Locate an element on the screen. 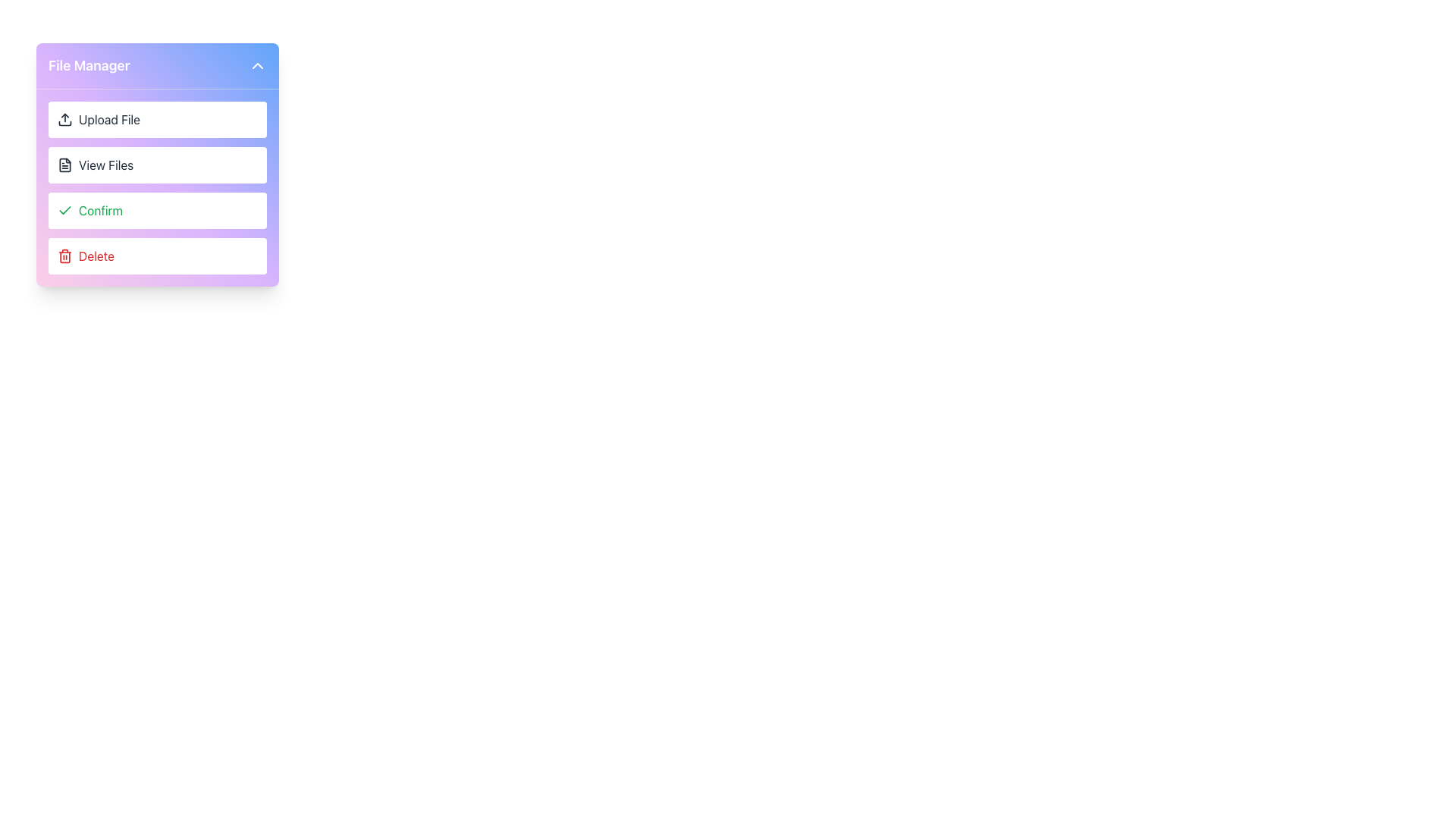 The height and width of the screenshot is (819, 1456). the red trash can icon located on the left side of the 'Delete' button in the 'File Manager' panel to initiate delete is located at coordinates (64, 256).